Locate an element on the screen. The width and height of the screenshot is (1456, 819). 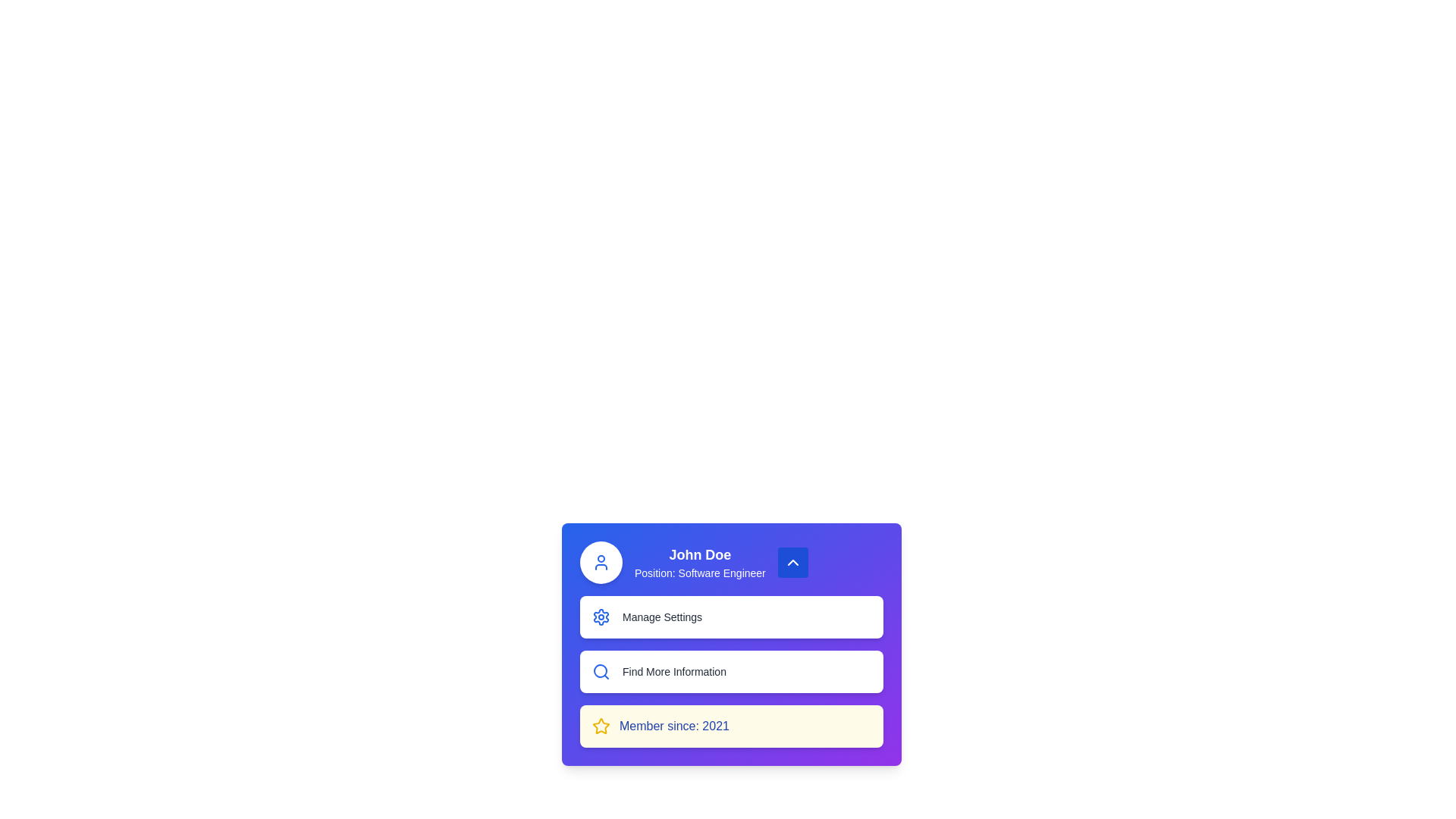
the Avatar or Icon representation located at the far left of the user information card is located at coordinates (600, 562).